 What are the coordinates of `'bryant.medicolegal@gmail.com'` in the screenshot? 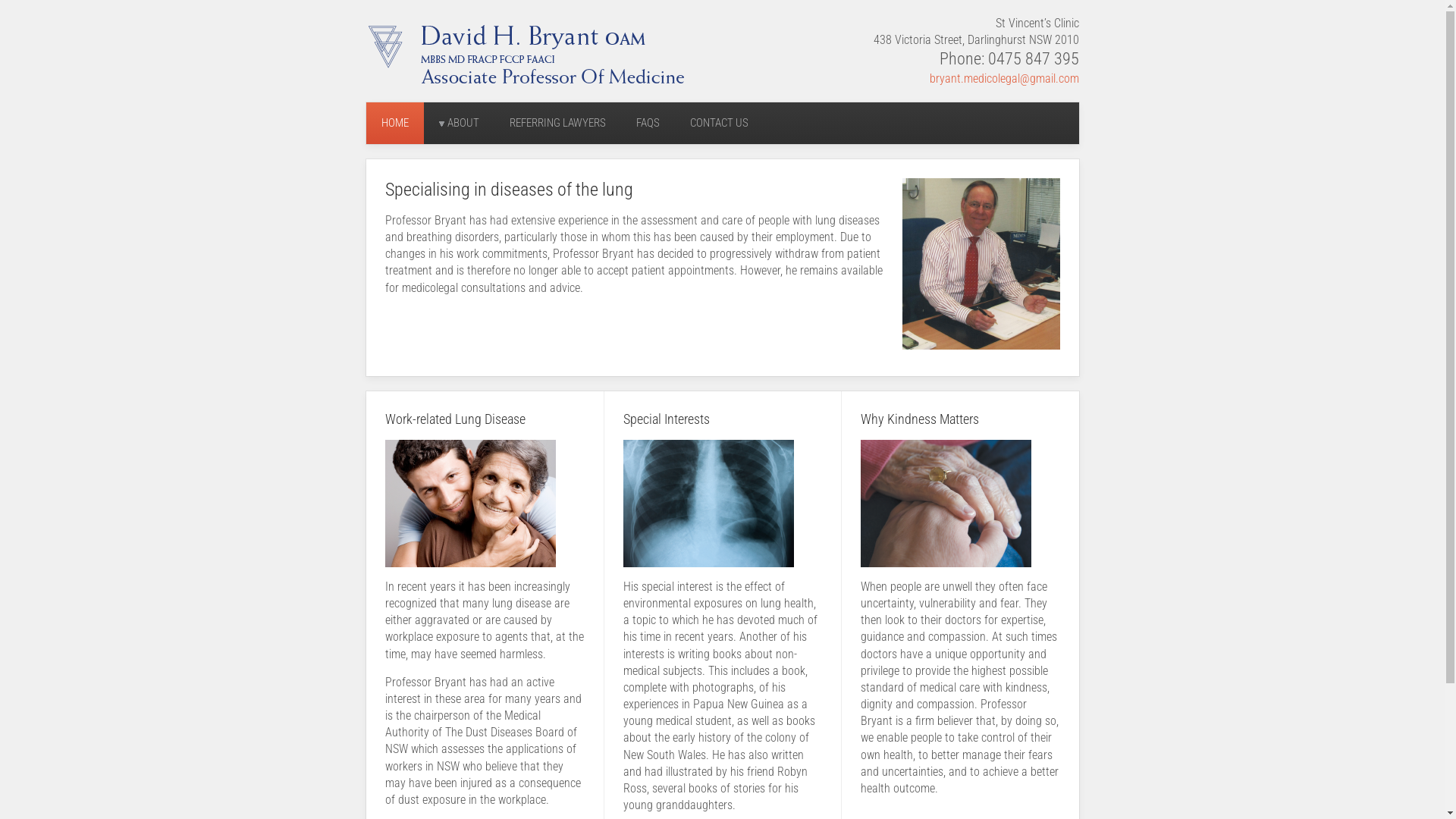 It's located at (1004, 79).